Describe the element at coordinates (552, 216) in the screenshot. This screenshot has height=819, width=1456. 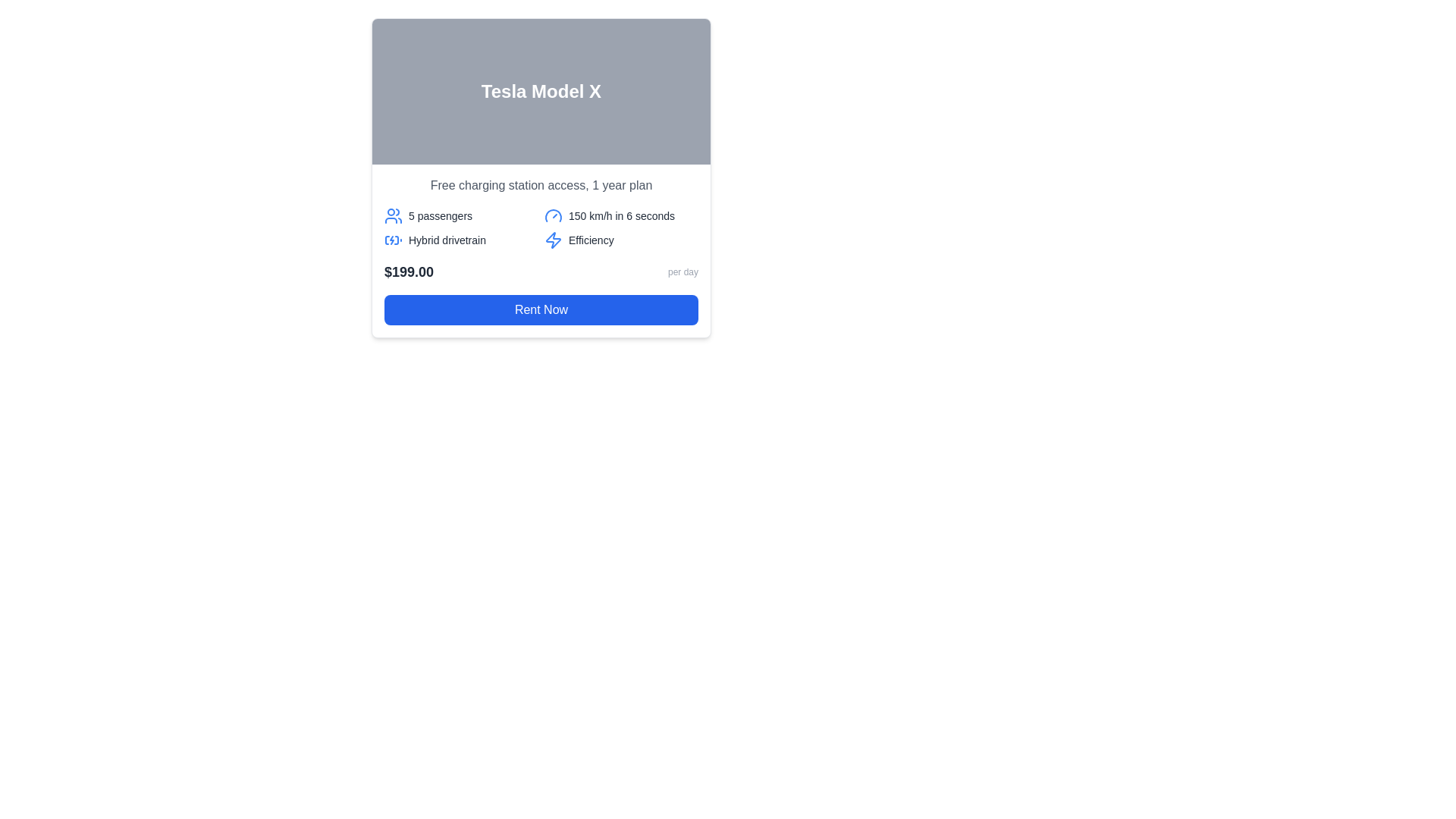
I see `the blue graphical icon representing a gauge or speedometer located near the text '150 km/h in 6 seconds'` at that location.